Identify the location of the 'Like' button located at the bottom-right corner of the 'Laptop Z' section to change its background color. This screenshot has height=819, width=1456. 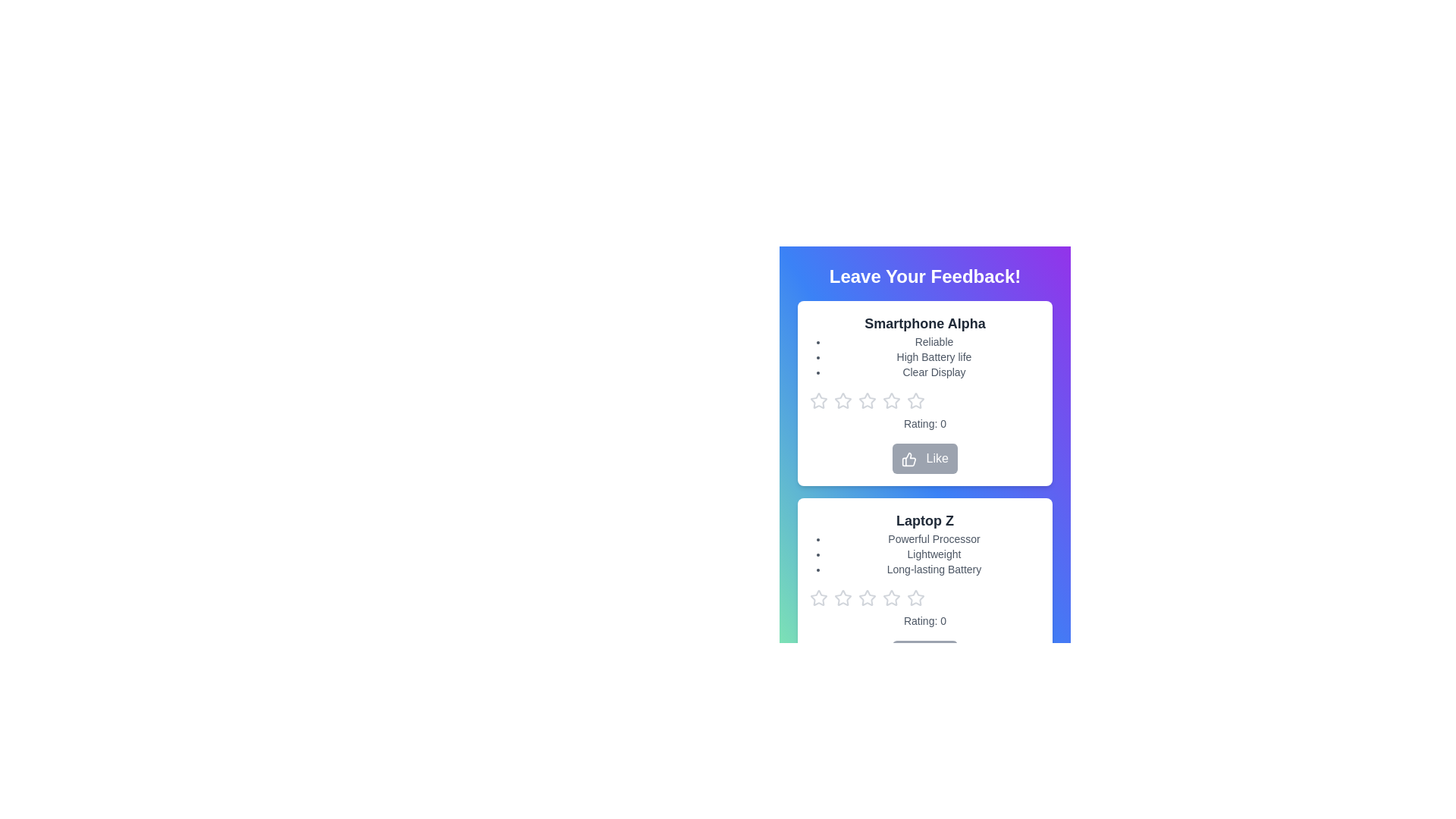
(924, 654).